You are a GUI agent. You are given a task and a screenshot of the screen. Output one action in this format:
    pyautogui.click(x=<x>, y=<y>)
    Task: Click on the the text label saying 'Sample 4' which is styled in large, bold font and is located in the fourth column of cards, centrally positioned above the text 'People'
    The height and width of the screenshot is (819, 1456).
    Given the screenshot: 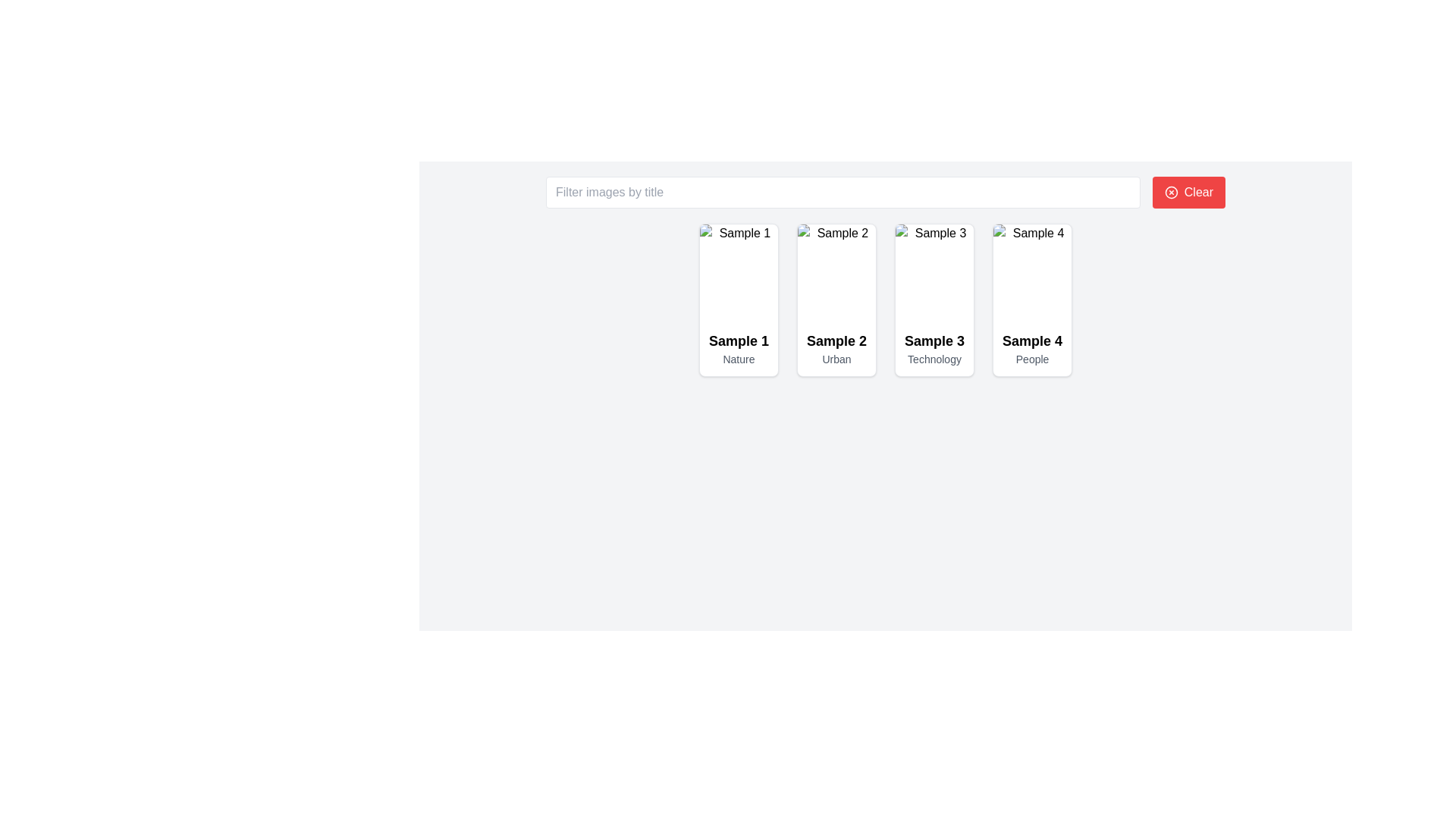 What is the action you would take?
    pyautogui.click(x=1031, y=341)
    